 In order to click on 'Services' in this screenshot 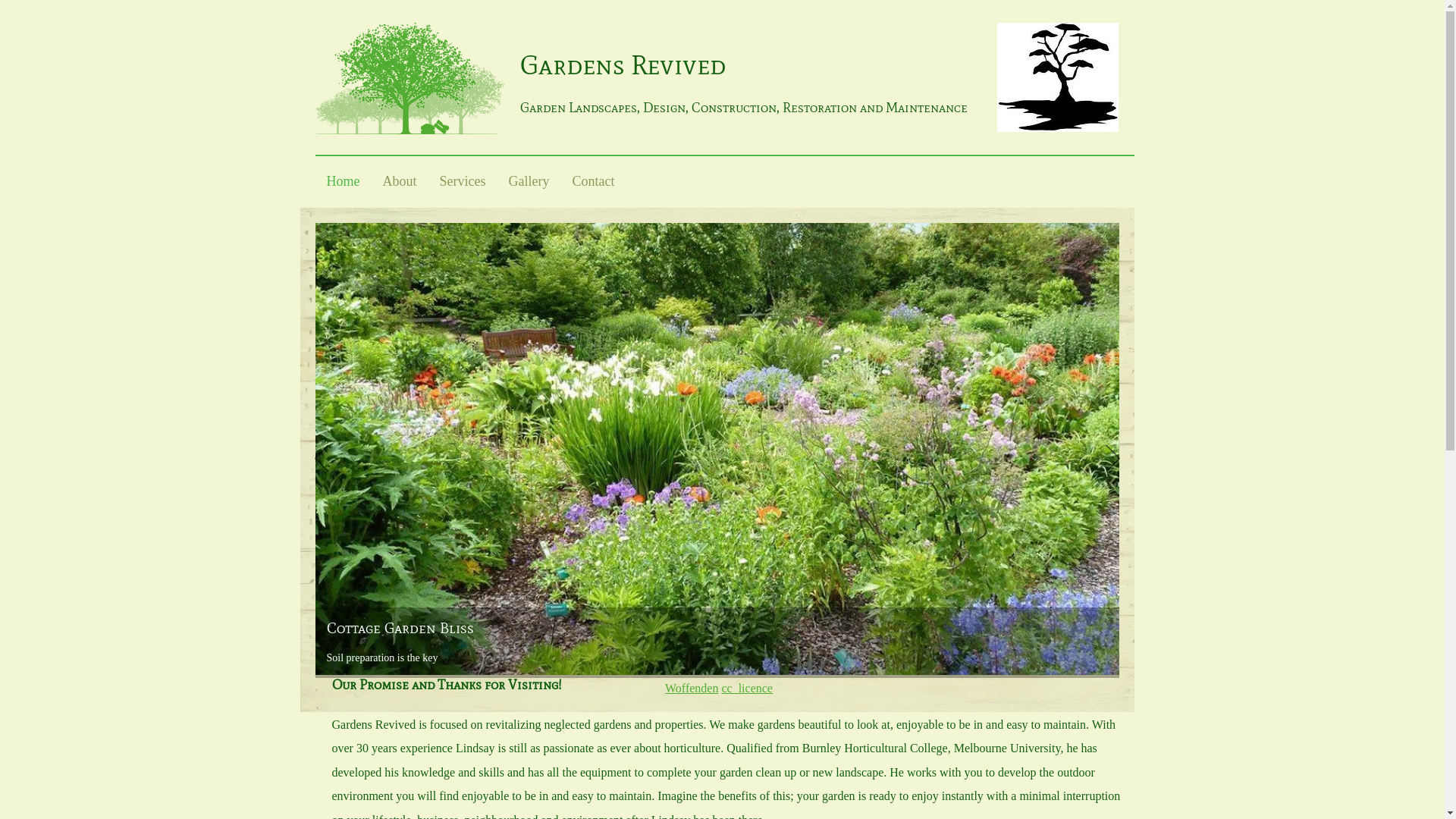, I will do `click(427, 180)`.